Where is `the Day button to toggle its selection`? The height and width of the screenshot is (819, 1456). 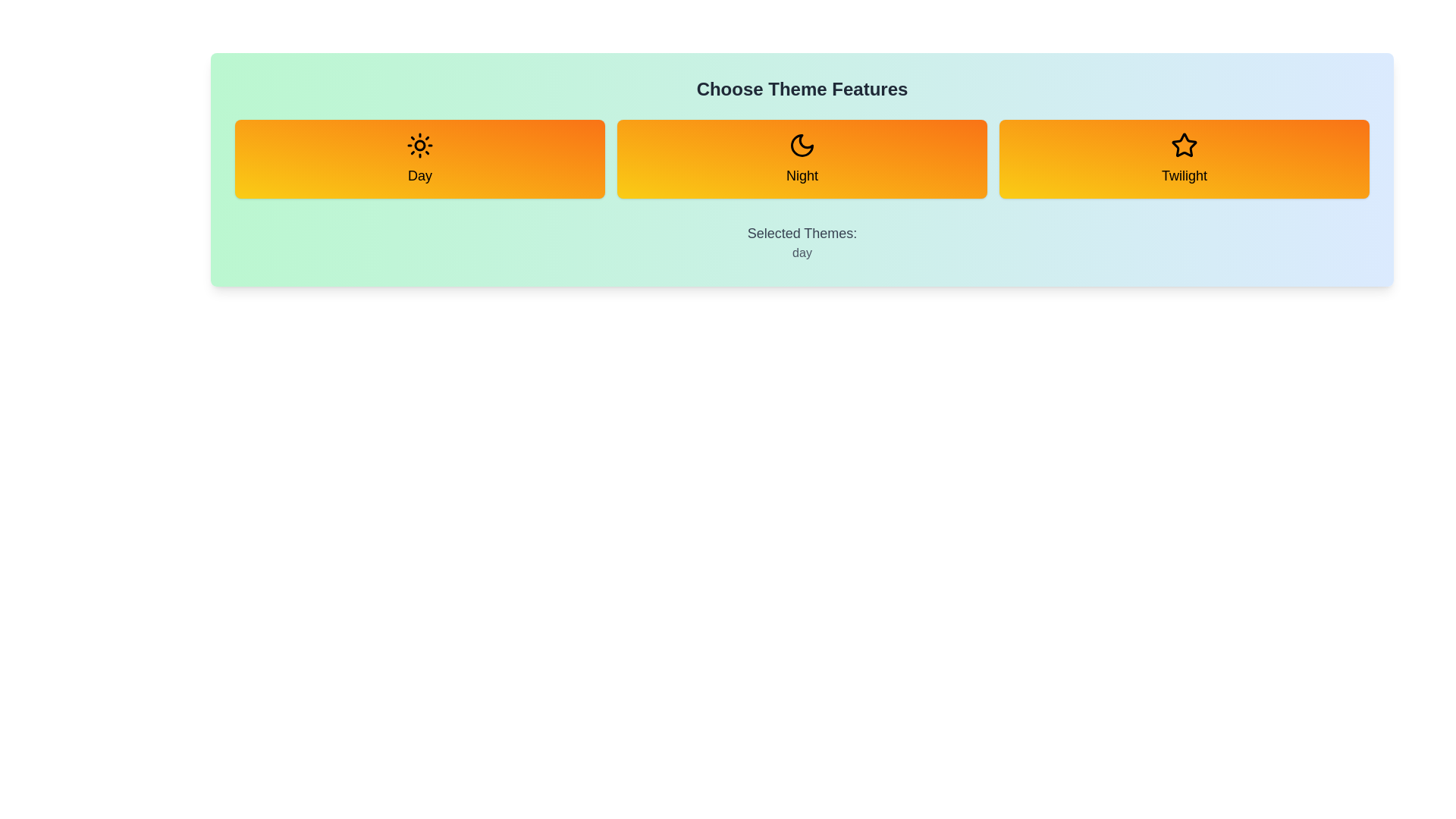
the Day button to toggle its selection is located at coordinates (419, 158).